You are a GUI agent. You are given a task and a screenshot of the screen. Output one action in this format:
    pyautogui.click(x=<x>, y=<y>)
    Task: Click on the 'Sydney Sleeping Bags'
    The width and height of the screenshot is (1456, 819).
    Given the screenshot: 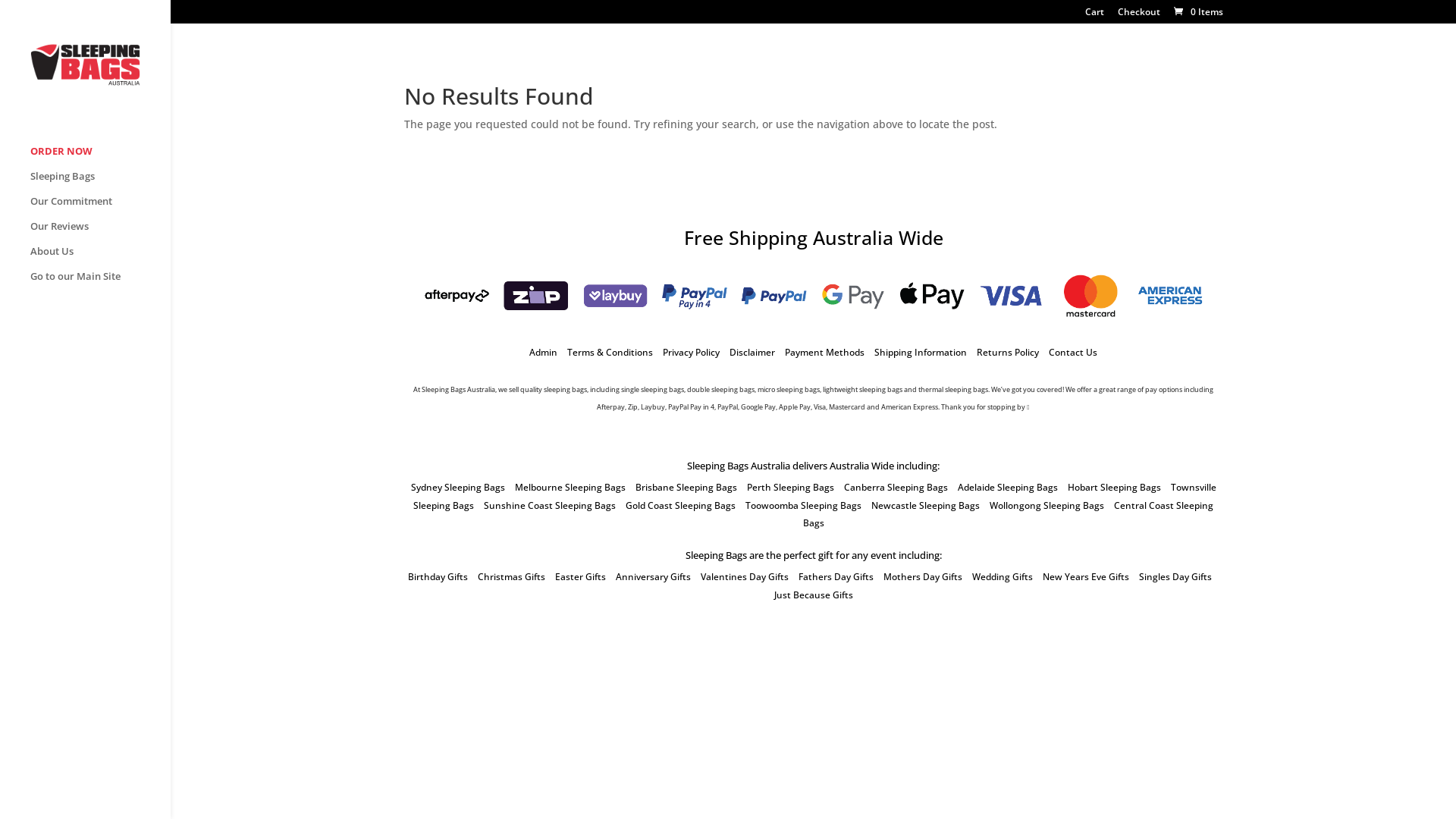 What is the action you would take?
    pyautogui.click(x=457, y=487)
    